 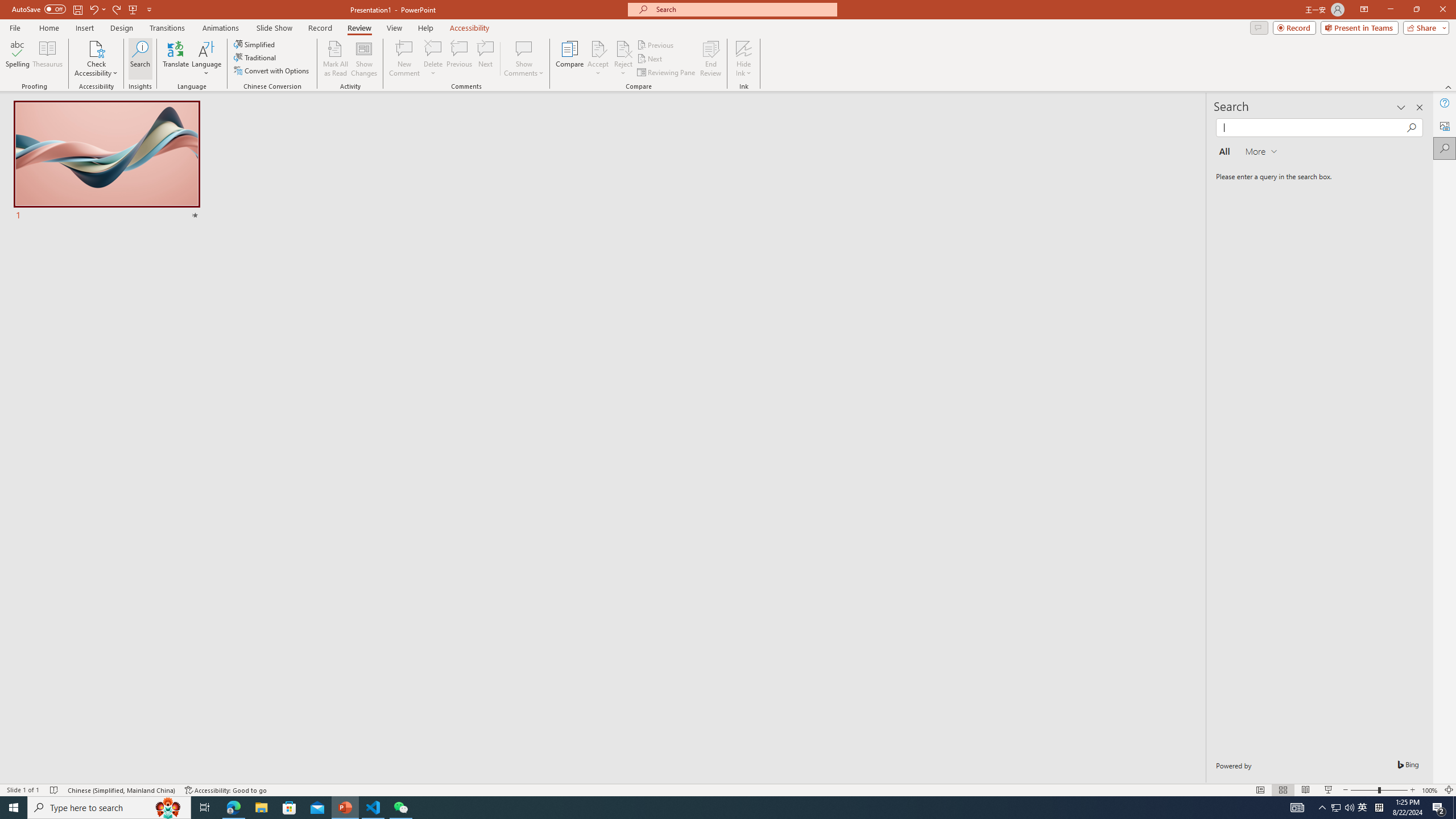 What do you see at coordinates (433, 59) in the screenshot?
I see `'Delete'` at bounding box center [433, 59].